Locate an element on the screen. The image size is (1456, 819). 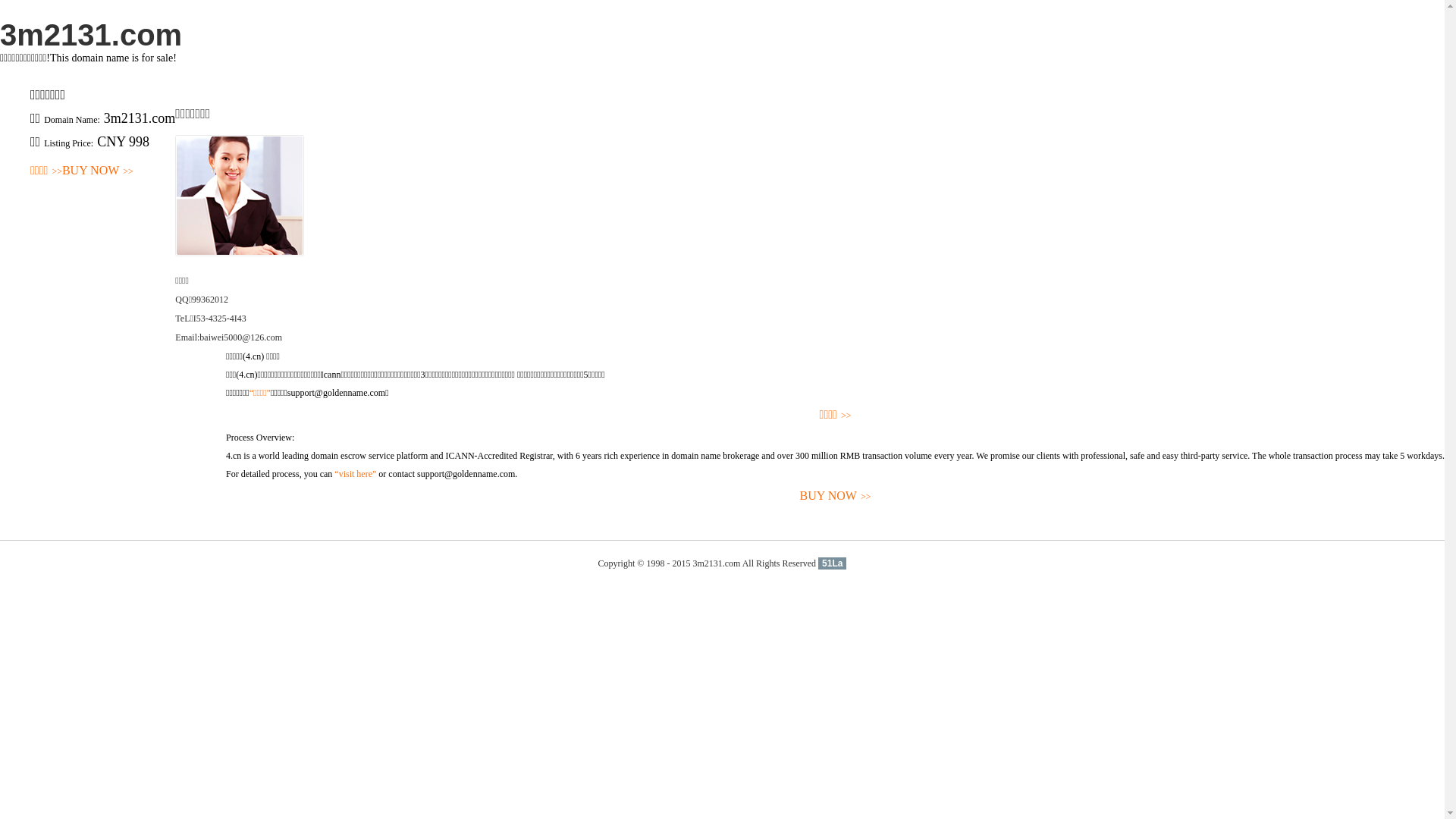
'51La' is located at coordinates (831, 563).